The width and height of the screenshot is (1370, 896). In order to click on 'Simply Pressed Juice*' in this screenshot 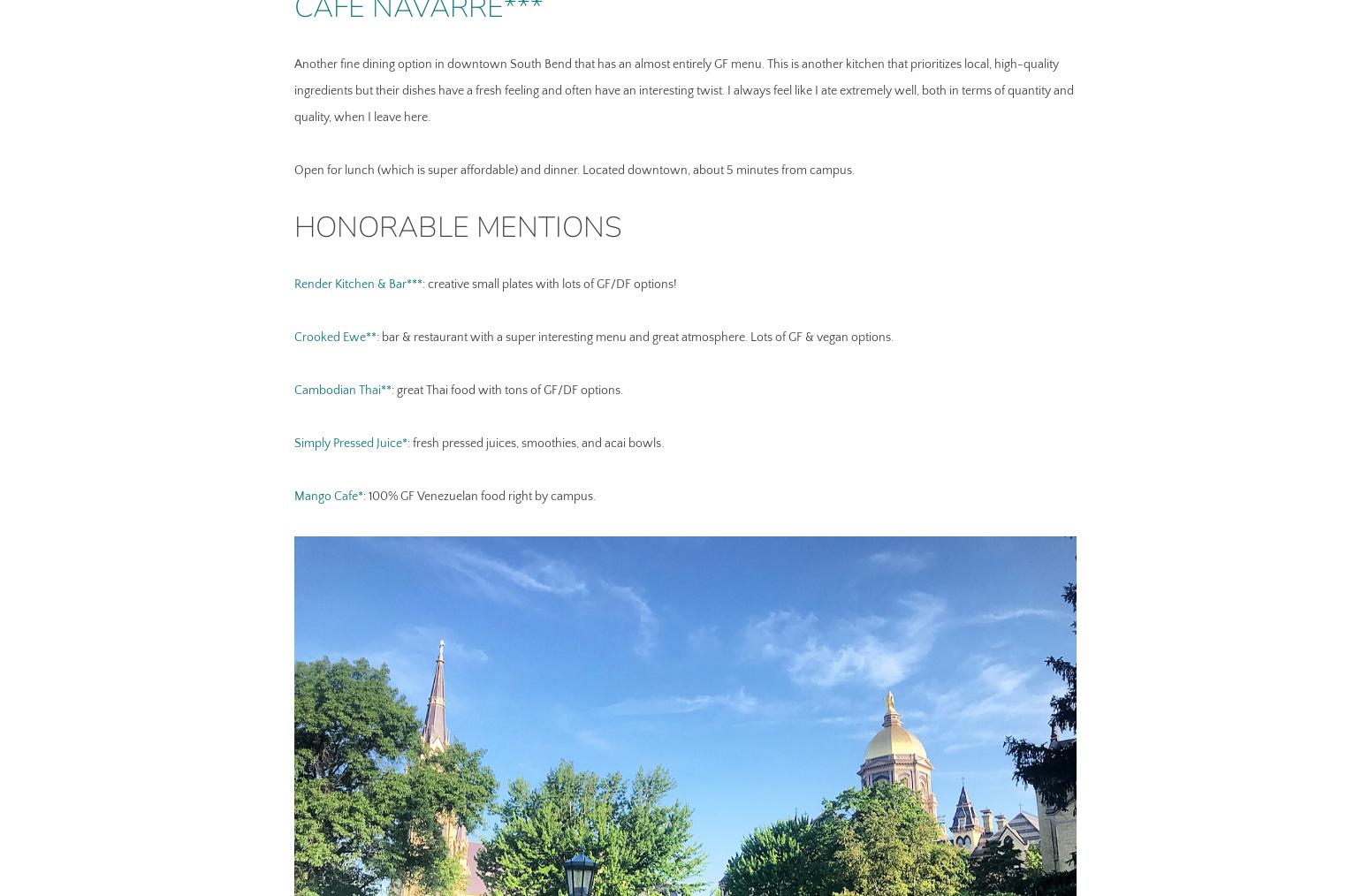, I will do `click(293, 443)`.